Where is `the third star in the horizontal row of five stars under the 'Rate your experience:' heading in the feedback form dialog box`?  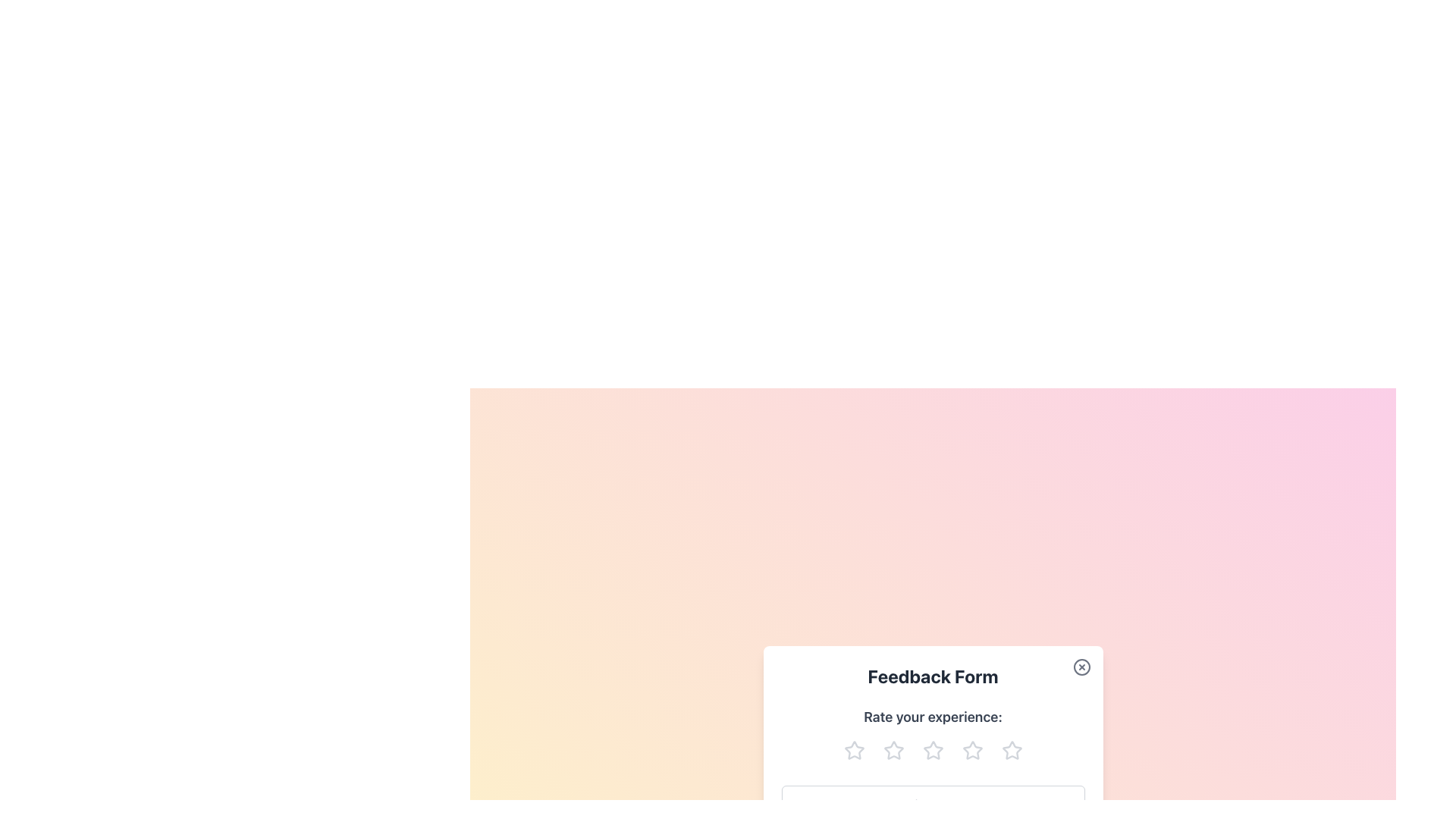
the third star in the horizontal row of five stars under the 'Rate your experience:' heading in the feedback form dialog box is located at coordinates (932, 751).